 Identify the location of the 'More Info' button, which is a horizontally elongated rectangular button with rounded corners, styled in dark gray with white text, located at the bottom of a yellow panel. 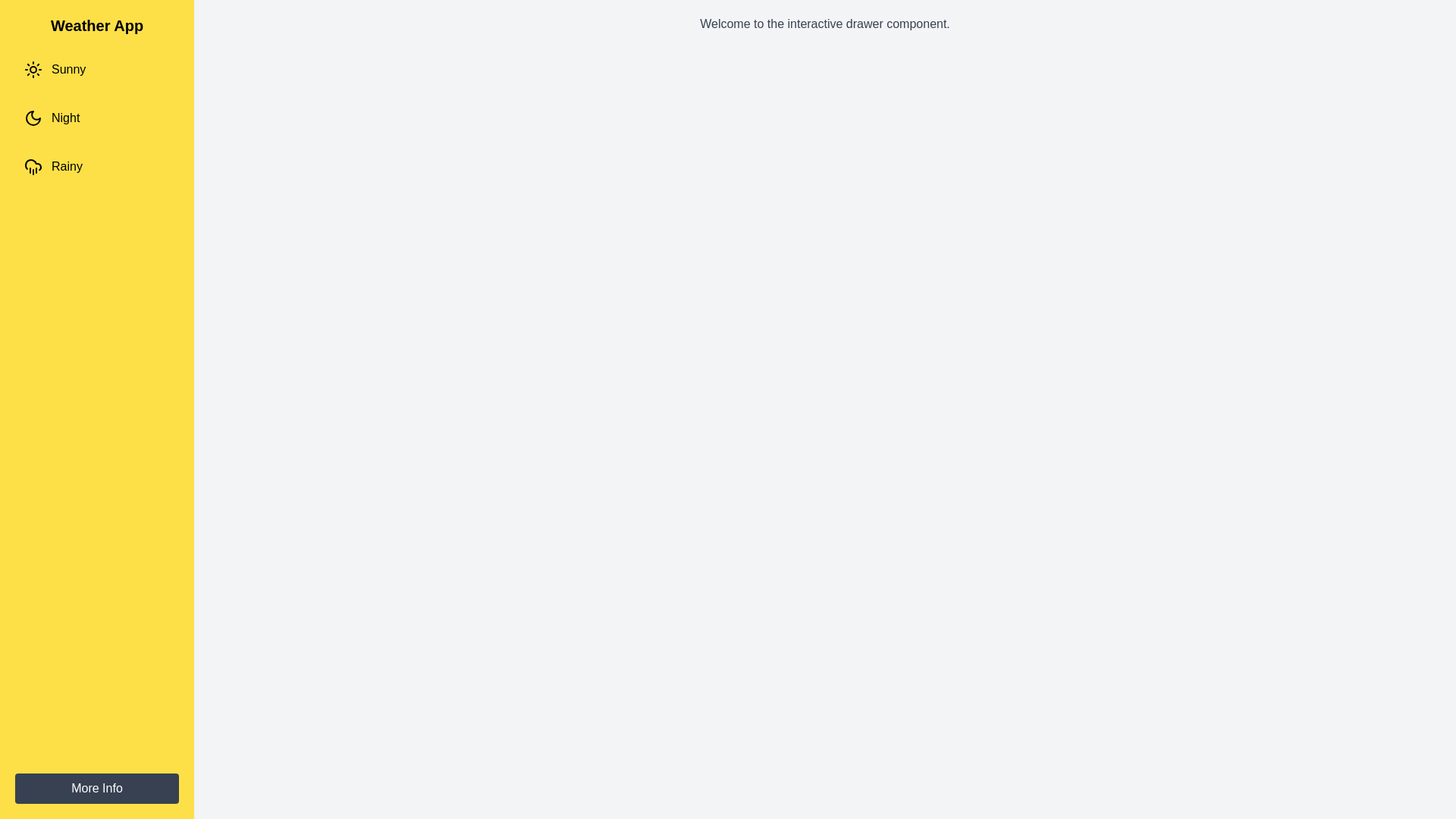
(96, 788).